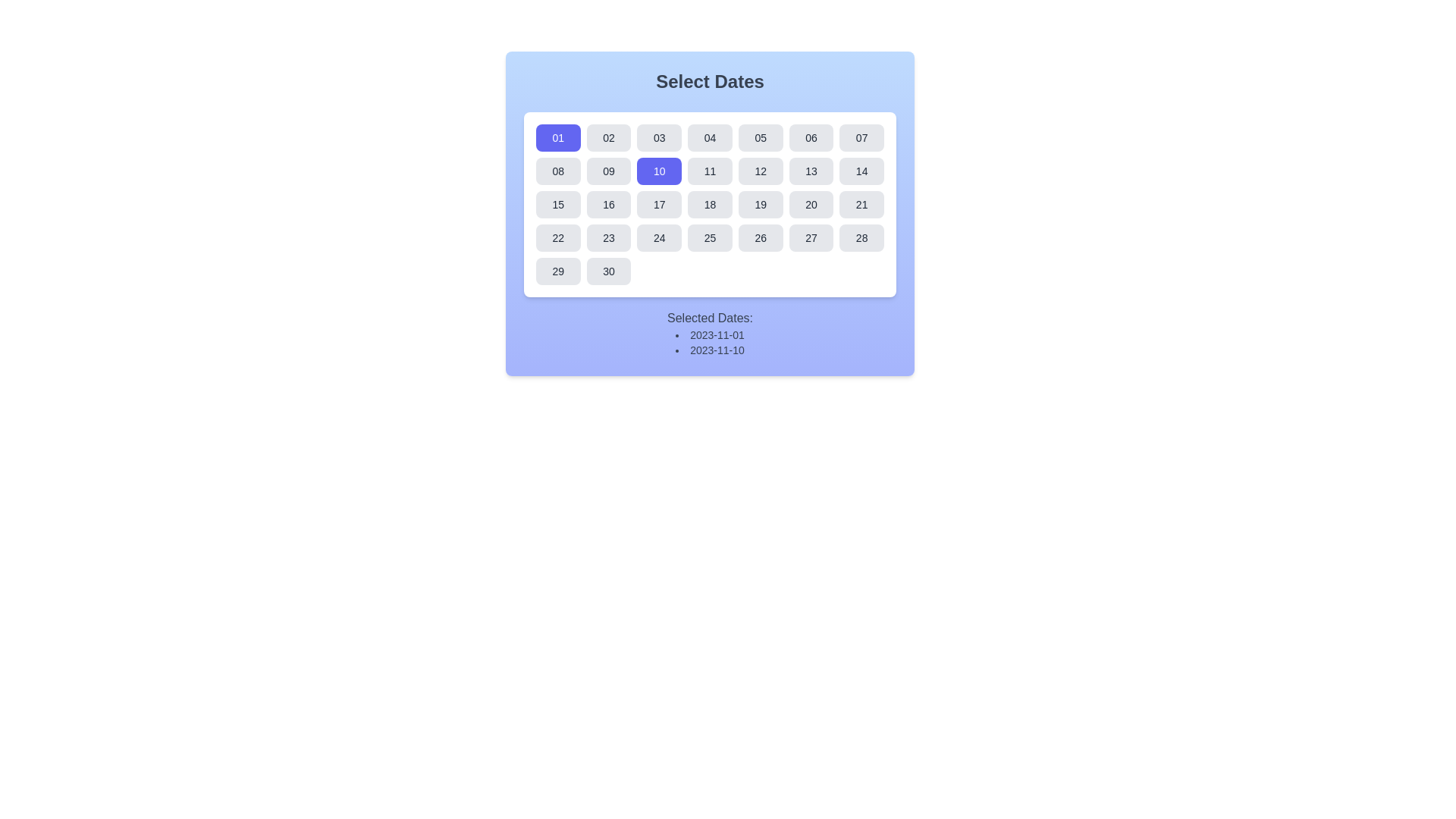 The height and width of the screenshot is (819, 1456). Describe the element at coordinates (609, 171) in the screenshot. I see `the rectangular button displaying '09' in dark text` at that location.